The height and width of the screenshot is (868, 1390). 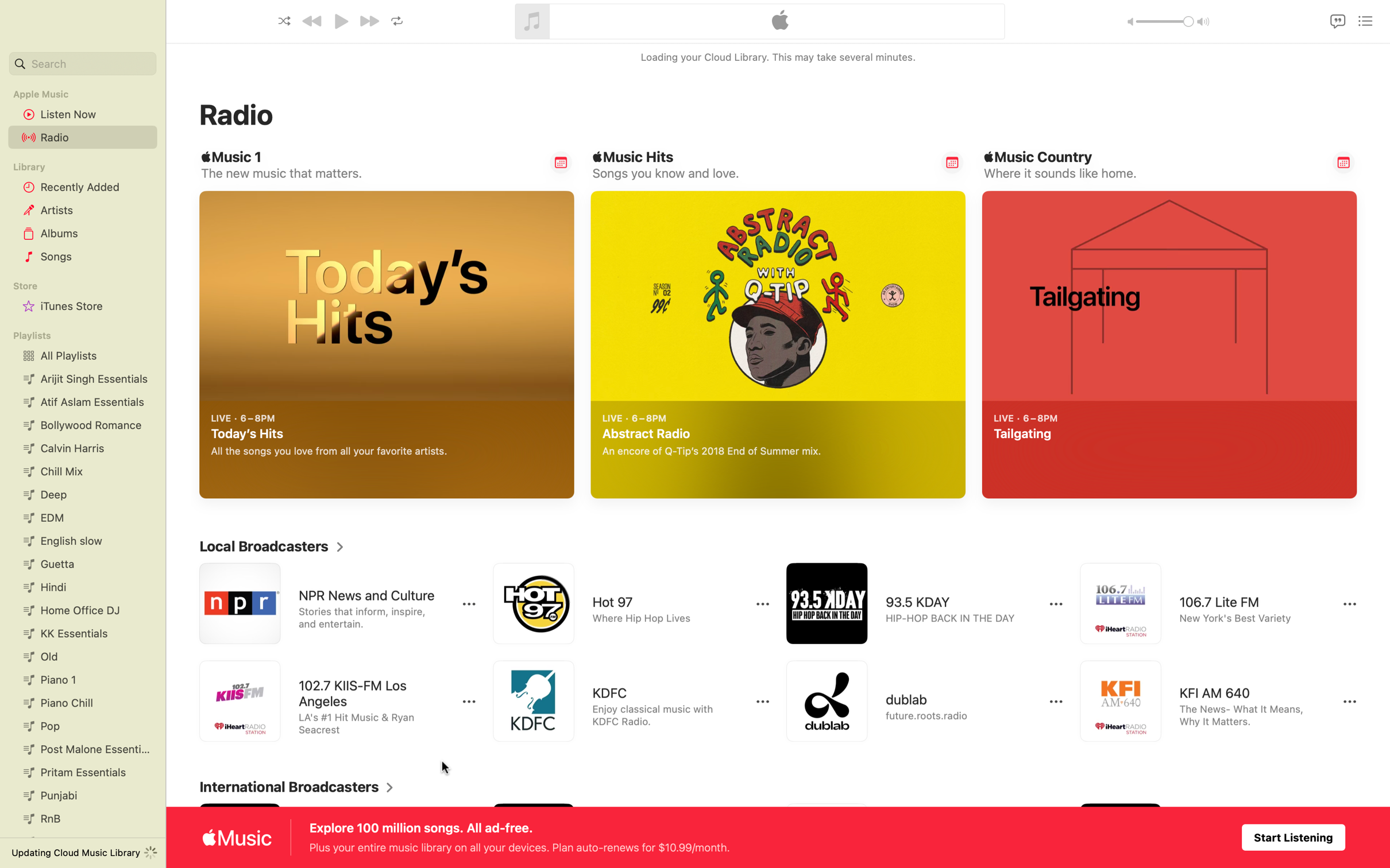 What do you see at coordinates (561, 162) in the screenshot?
I see `a reminder for the track "Music 1` at bounding box center [561, 162].